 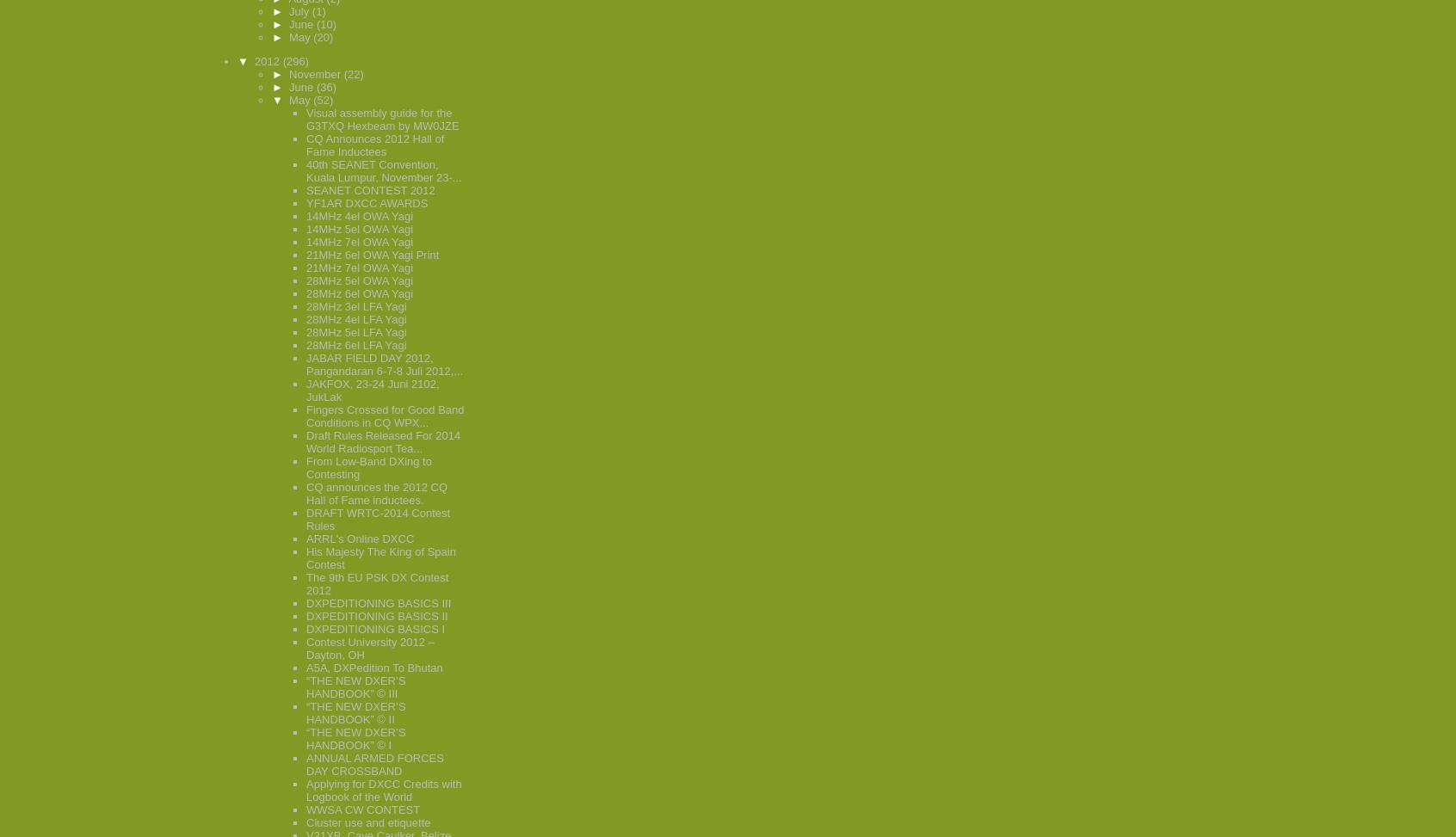 What do you see at coordinates (355, 711) in the screenshot?
I see `'“THE NEW DXER’S HANDBOOK” © II'` at bounding box center [355, 711].